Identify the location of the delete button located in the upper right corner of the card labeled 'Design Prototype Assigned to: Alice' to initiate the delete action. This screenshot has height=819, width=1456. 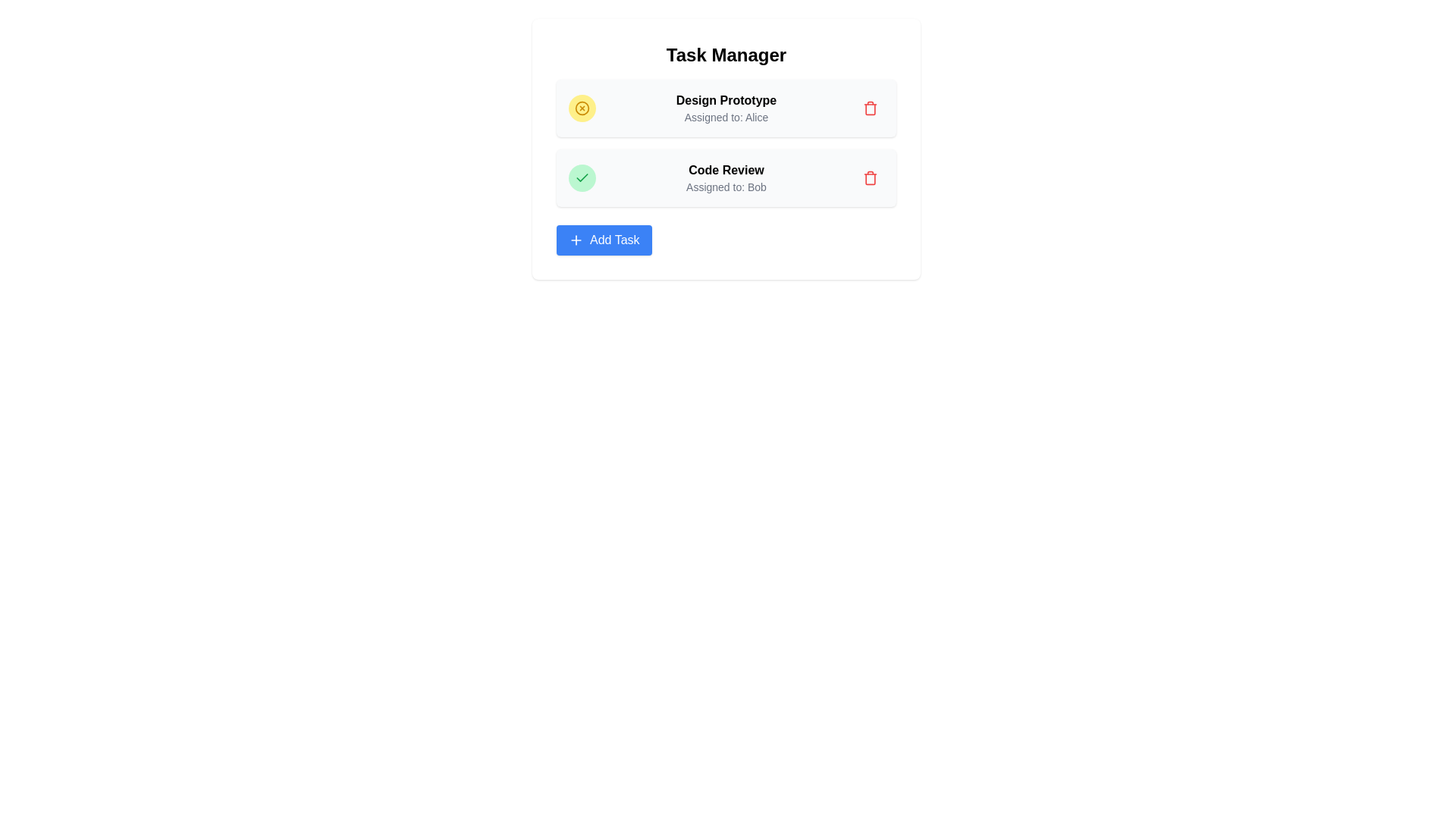
(870, 107).